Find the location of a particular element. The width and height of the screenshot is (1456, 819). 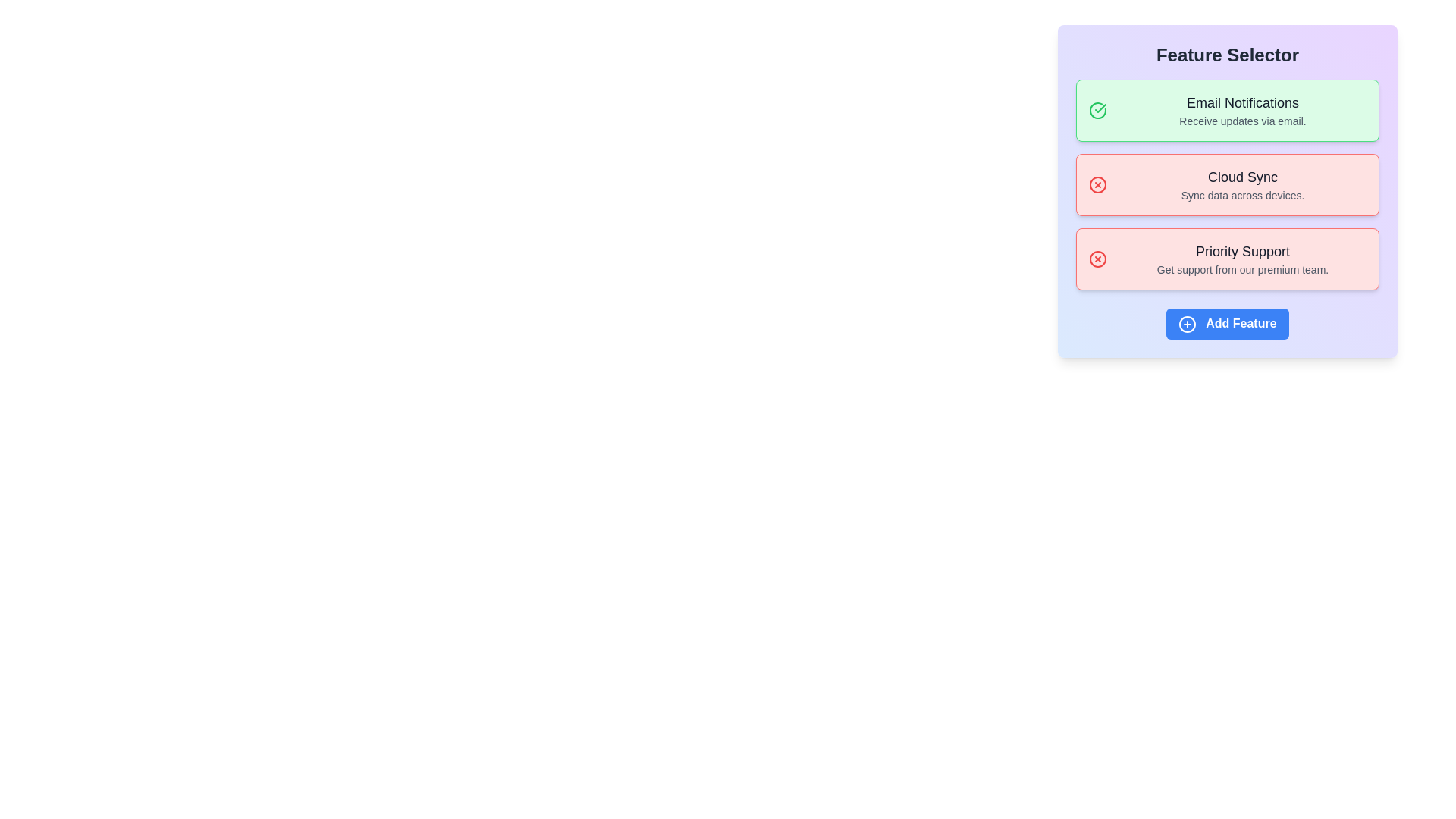

the text block that describes the feature for enabling email notifications, located at the top of the feature selection interface is located at coordinates (1242, 110).